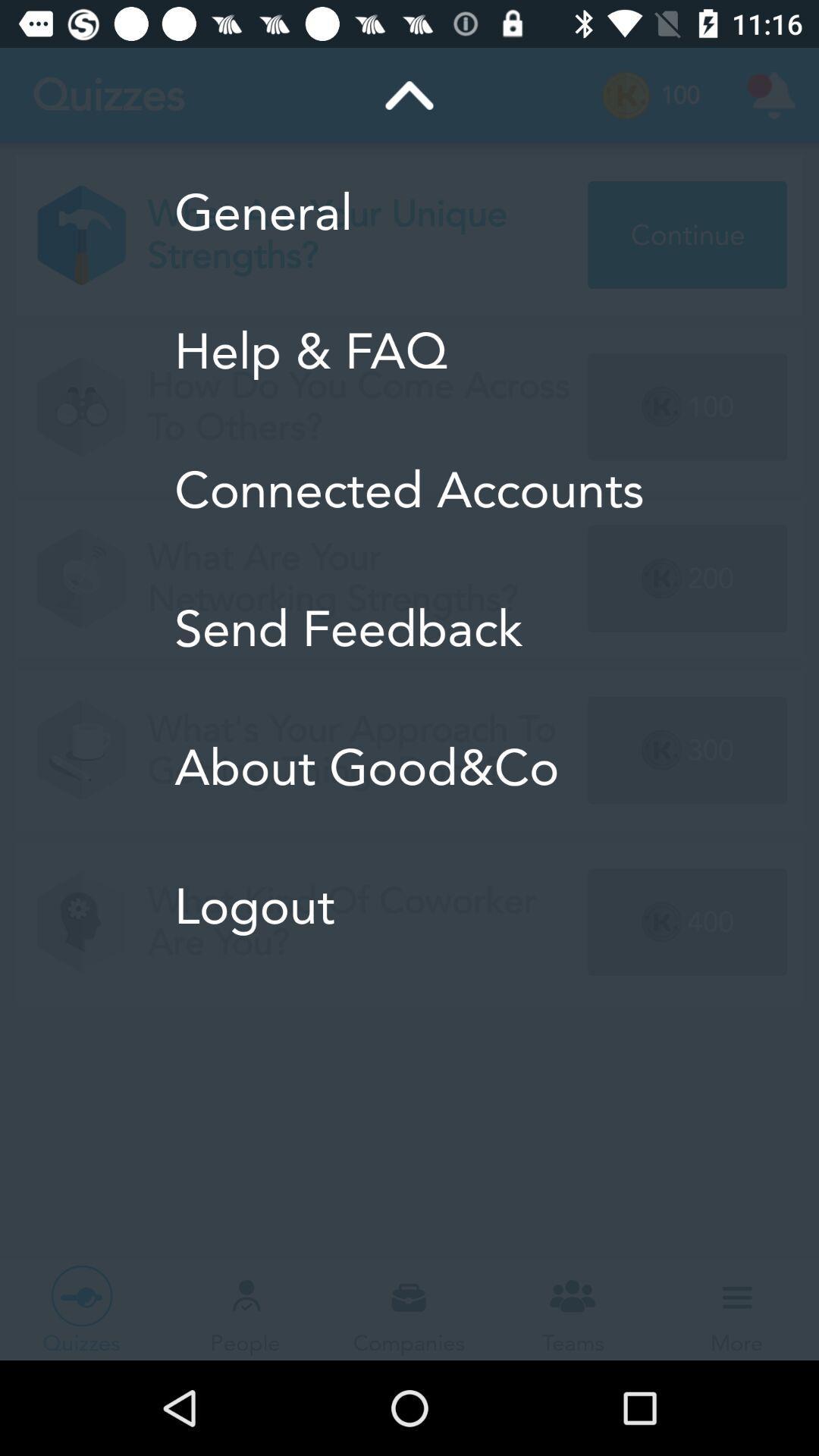 The image size is (819, 1456). What do you see at coordinates (408, 350) in the screenshot?
I see `item above connected accounts` at bounding box center [408, 350].